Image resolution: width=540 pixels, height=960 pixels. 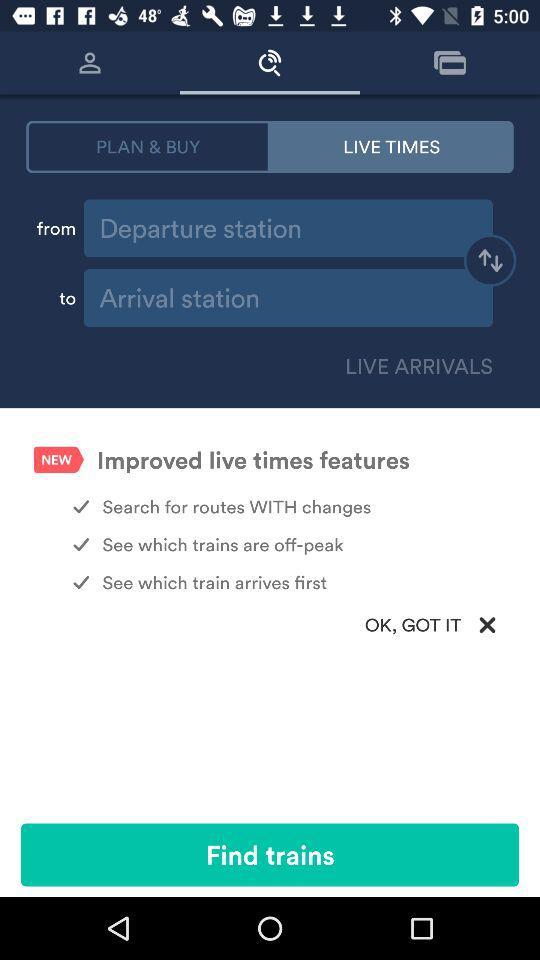 I want to click on the ok, got it item, so click(x=270, y=624).